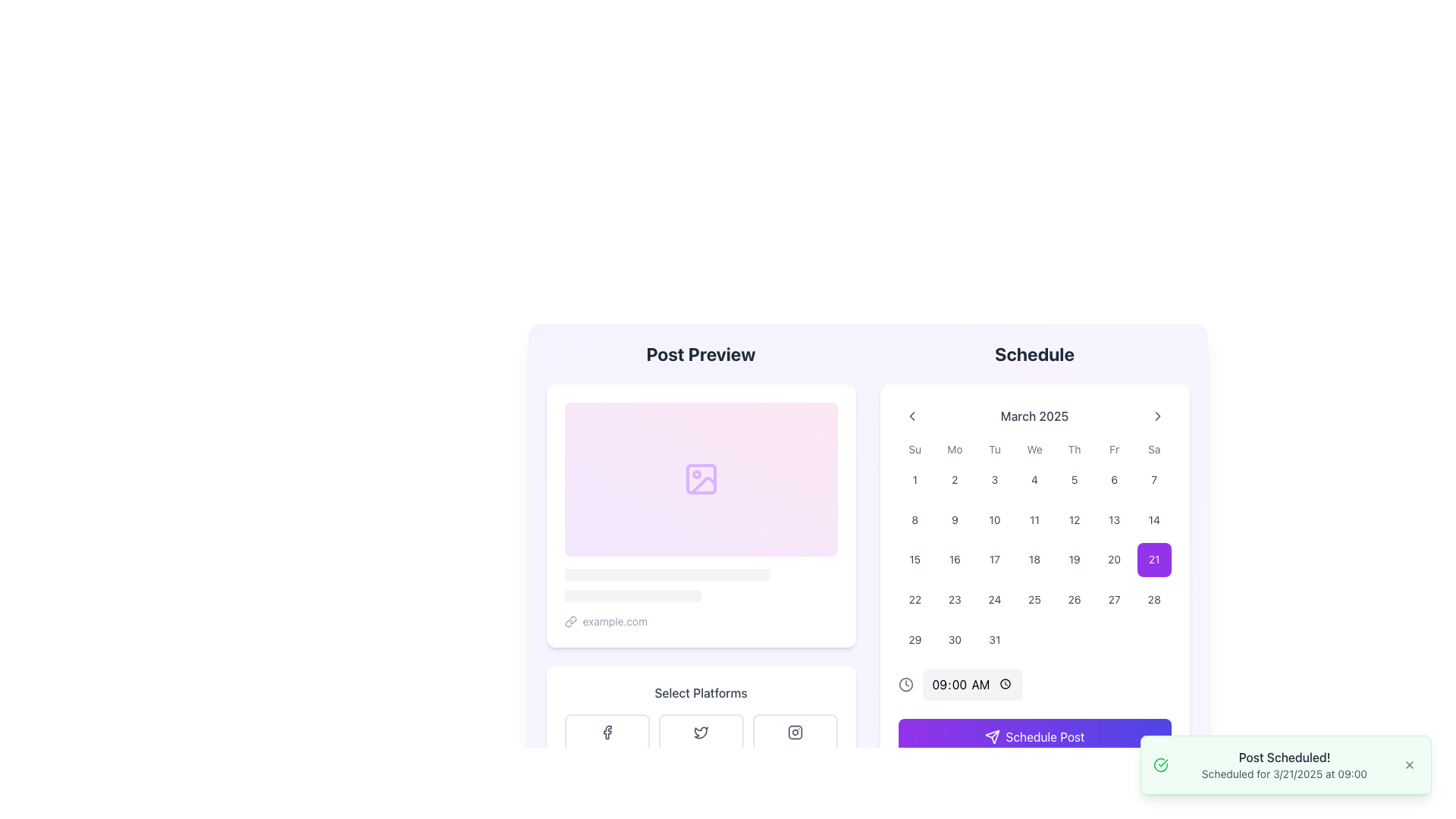 The height and width of the screenshot is (819, 1456). Describe the element at coordinates (994, 560) in the screenshot. I see `the button representing the 17th day of March 2025` at that location.